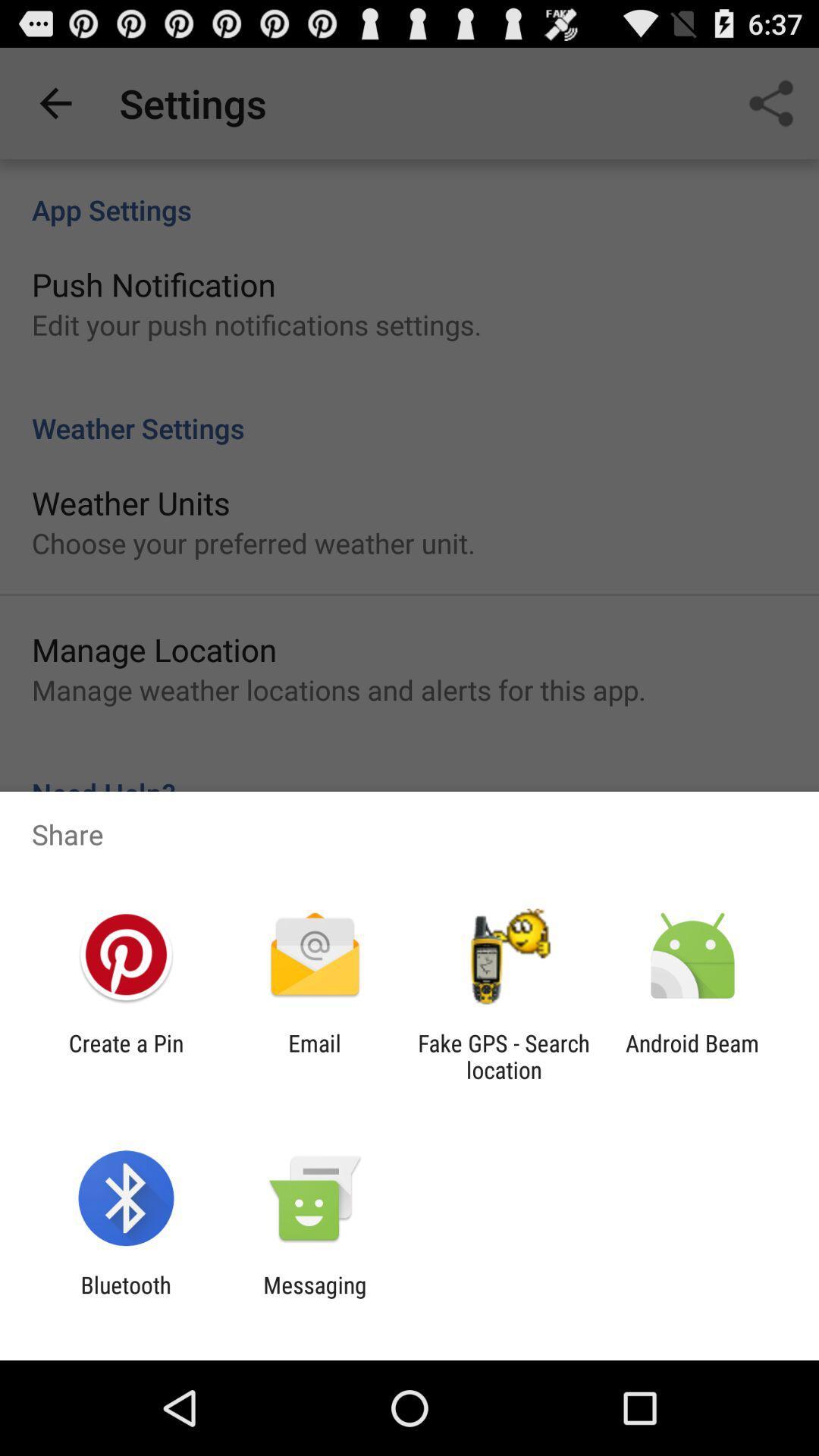  Describe the element at coordinates (692, 1056) in the screenshot. I see `android beam icon` at that location.